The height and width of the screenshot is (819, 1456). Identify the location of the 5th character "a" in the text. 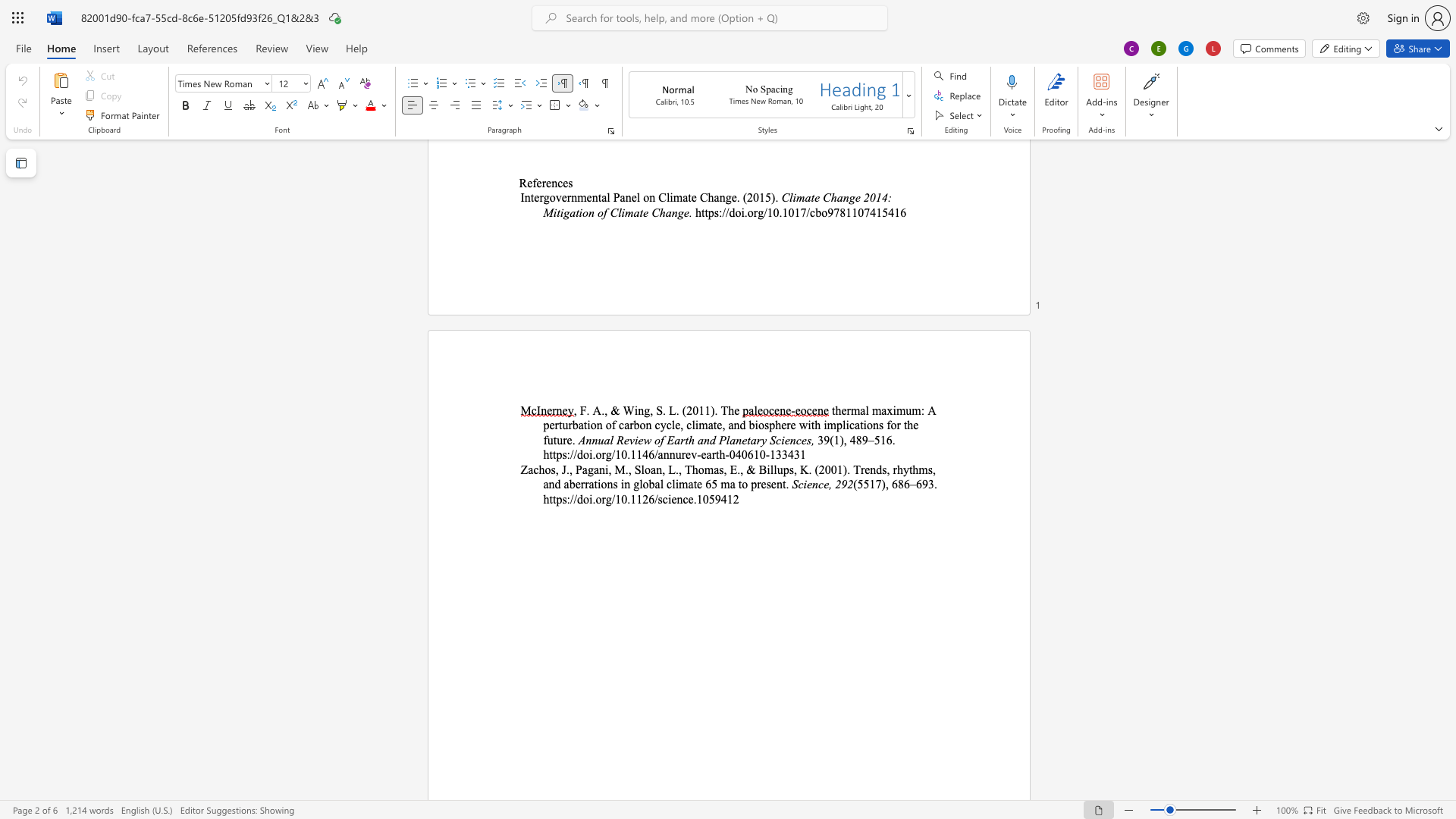
(715, 469).